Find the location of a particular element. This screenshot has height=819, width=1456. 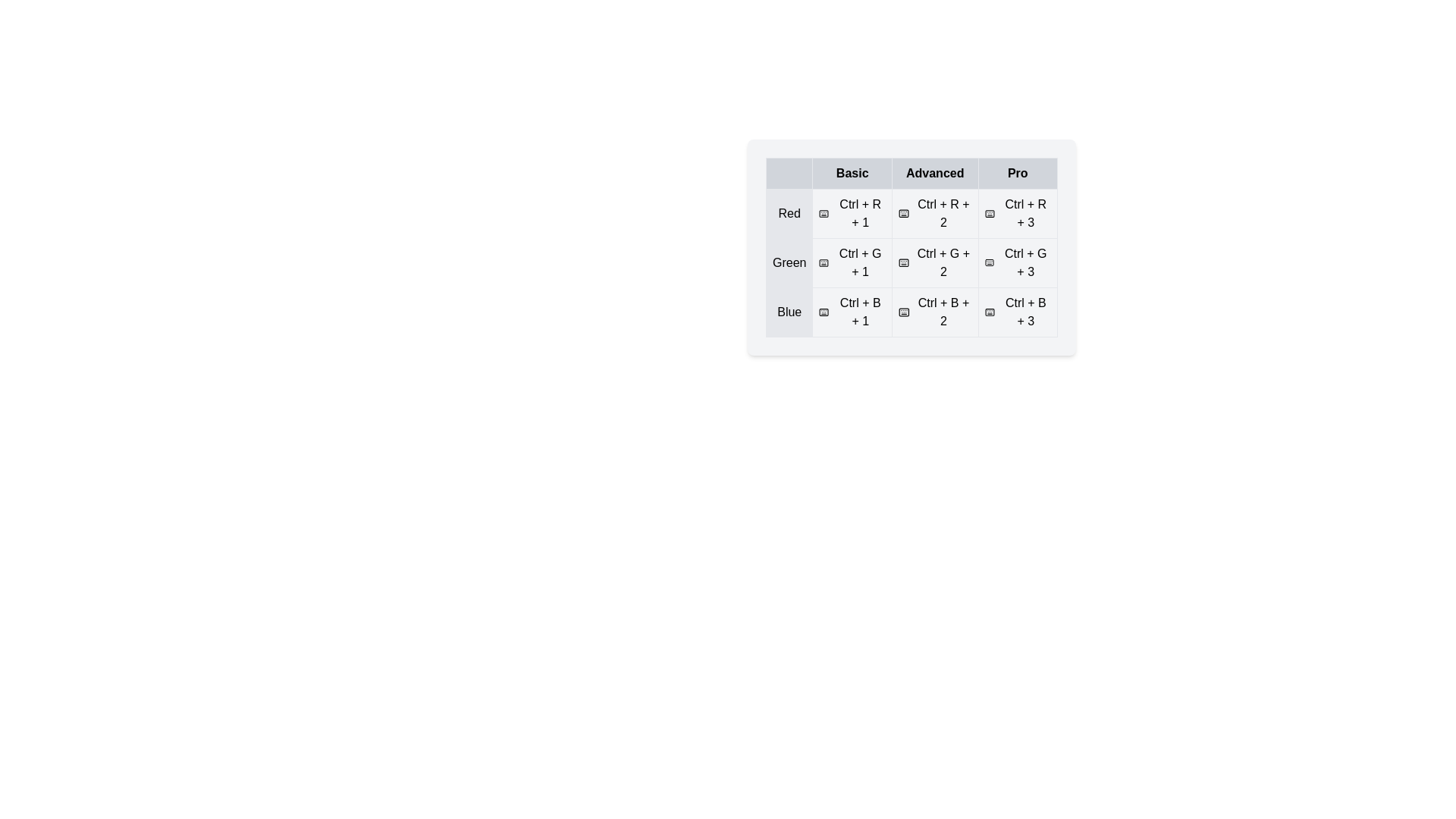

descriptive text with an accompanying icon located in the third row and third column of the grid, under the 'Pro' header is located at coordinates (1018, 213).